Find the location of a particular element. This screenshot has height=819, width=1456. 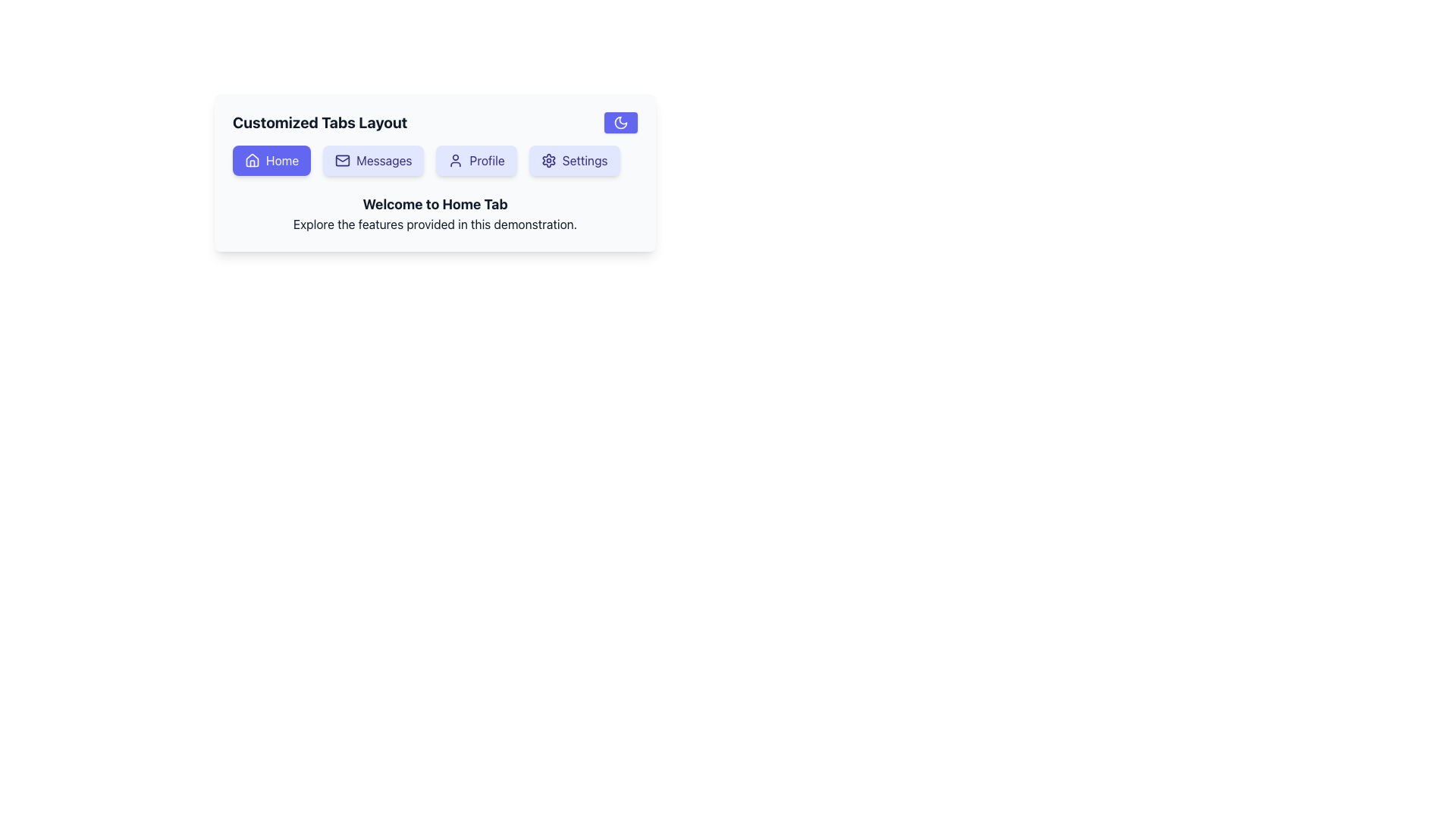

the gear-like icon element located near the text 'Settings', which features a circular central section and radial protrusions, positioned at the rightmost among the primary navigation buttons is located at coordinates (548, 161).